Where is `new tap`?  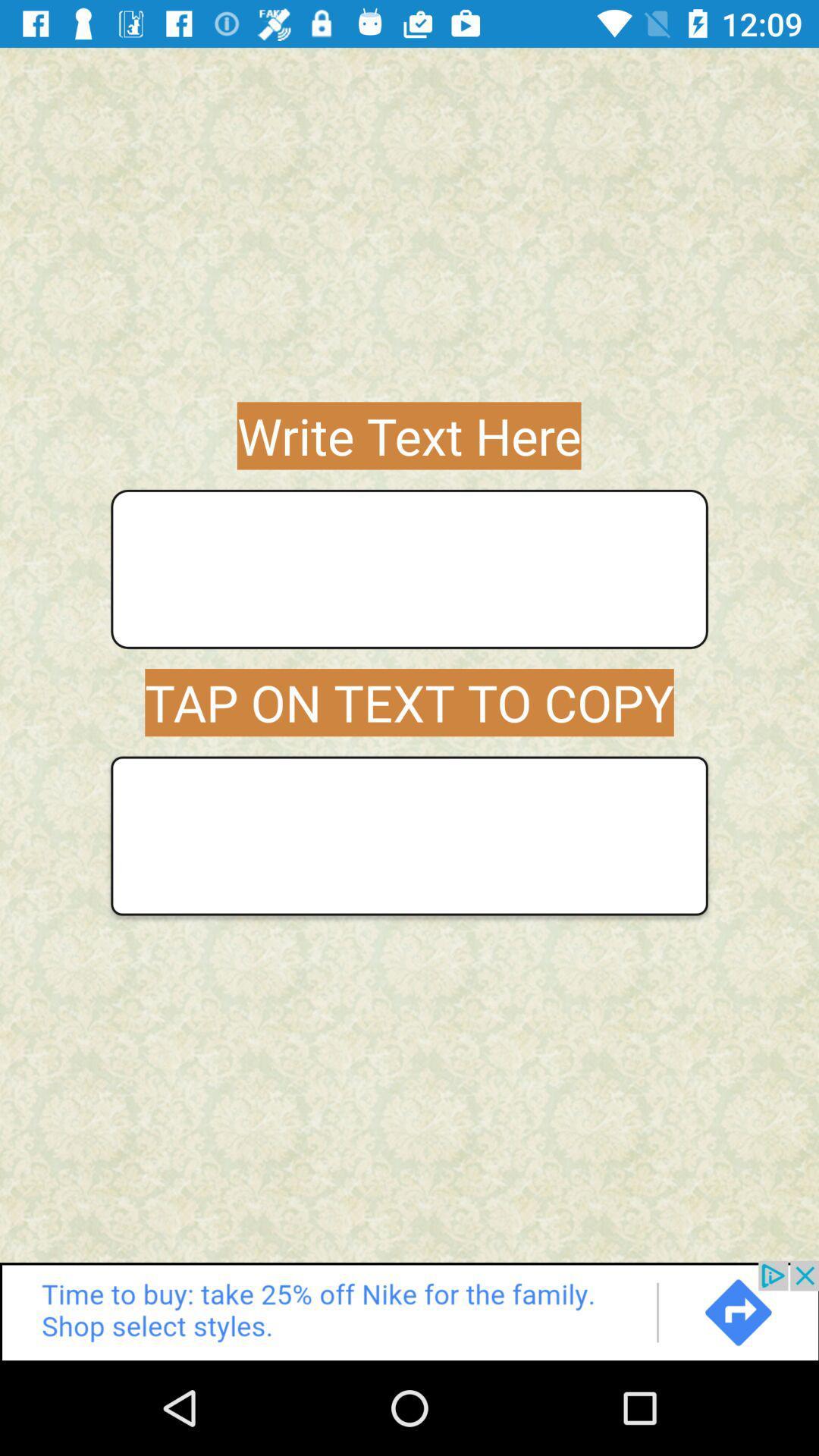
new tap is located at coordinates (409, 835).